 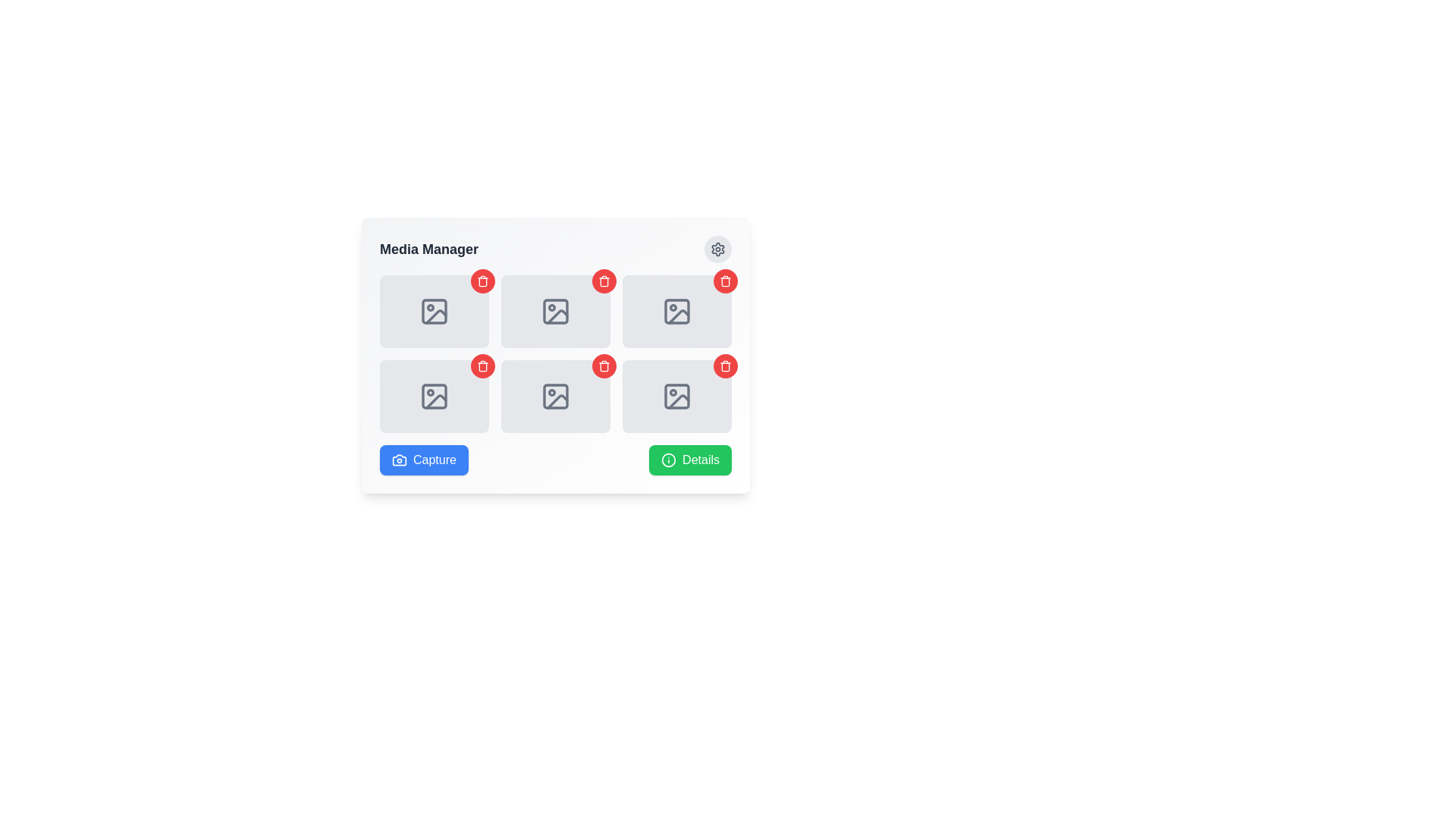 What do you see at coordinates (435, 315) in the screenshot?
I see `the Graphic Icon that serves as a placeholder for an image in the top-left cell of the grid layout in the 'Media Manager' section` at bounding box center [435, 315].